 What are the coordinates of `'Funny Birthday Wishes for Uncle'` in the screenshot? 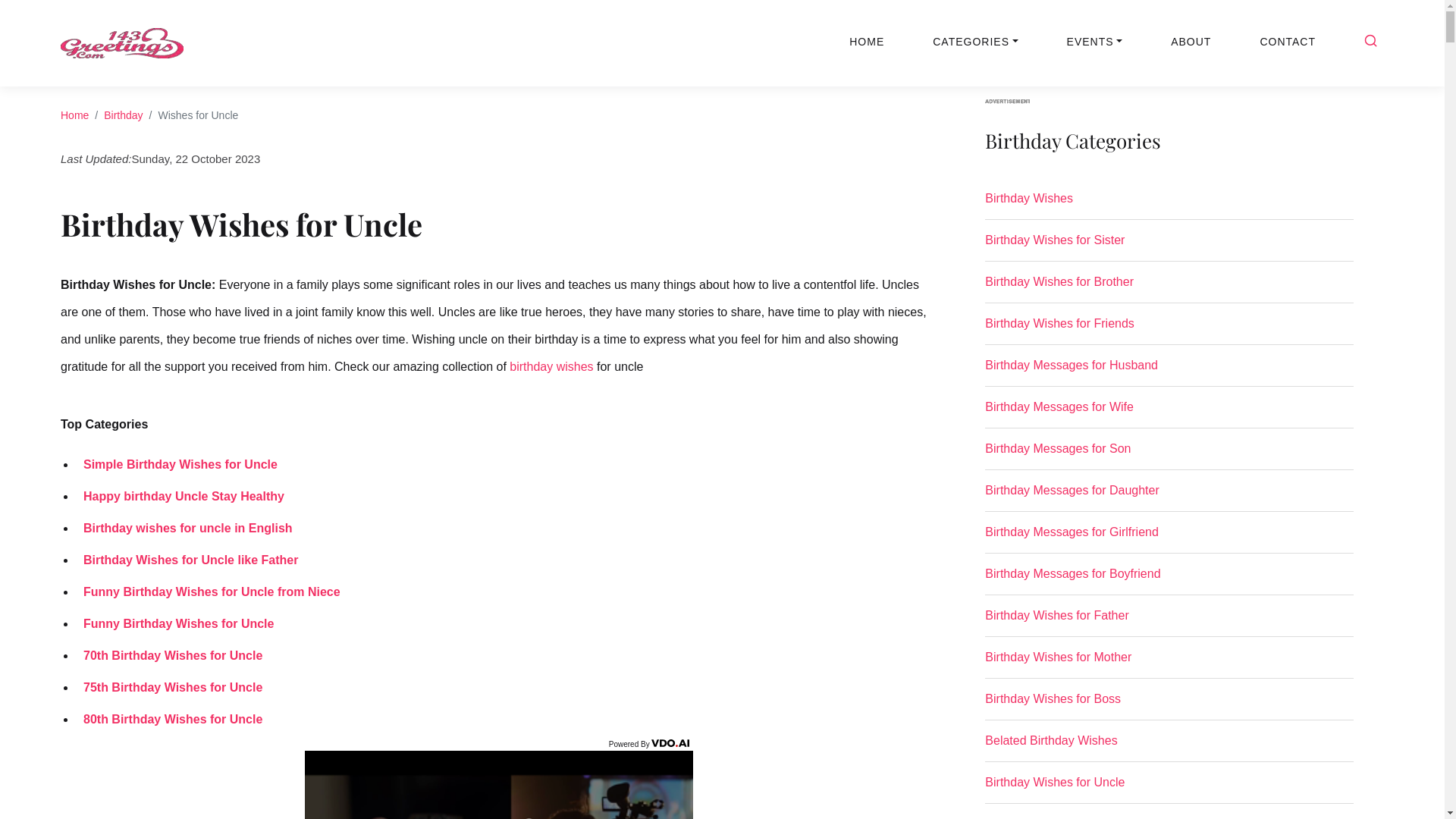 It's located at (75, 623).